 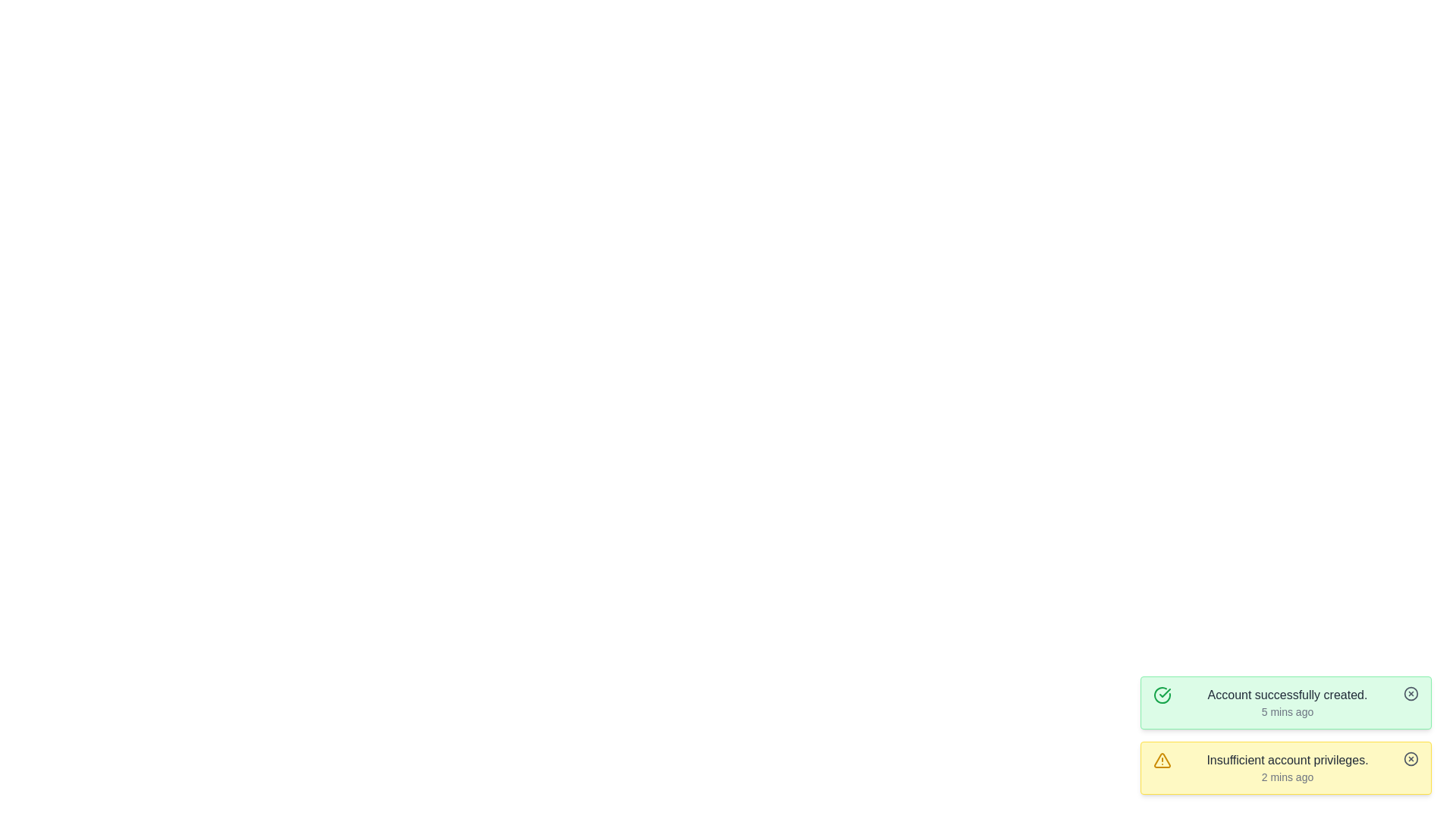 What do you see at coordinates (1287, 760) in the screenshot?
I see `the informational text label indicating an issue with account permissions, located in the lower-right portion of the interface, above the '2 mins ago' text element` at bounding box center [1287, 760].